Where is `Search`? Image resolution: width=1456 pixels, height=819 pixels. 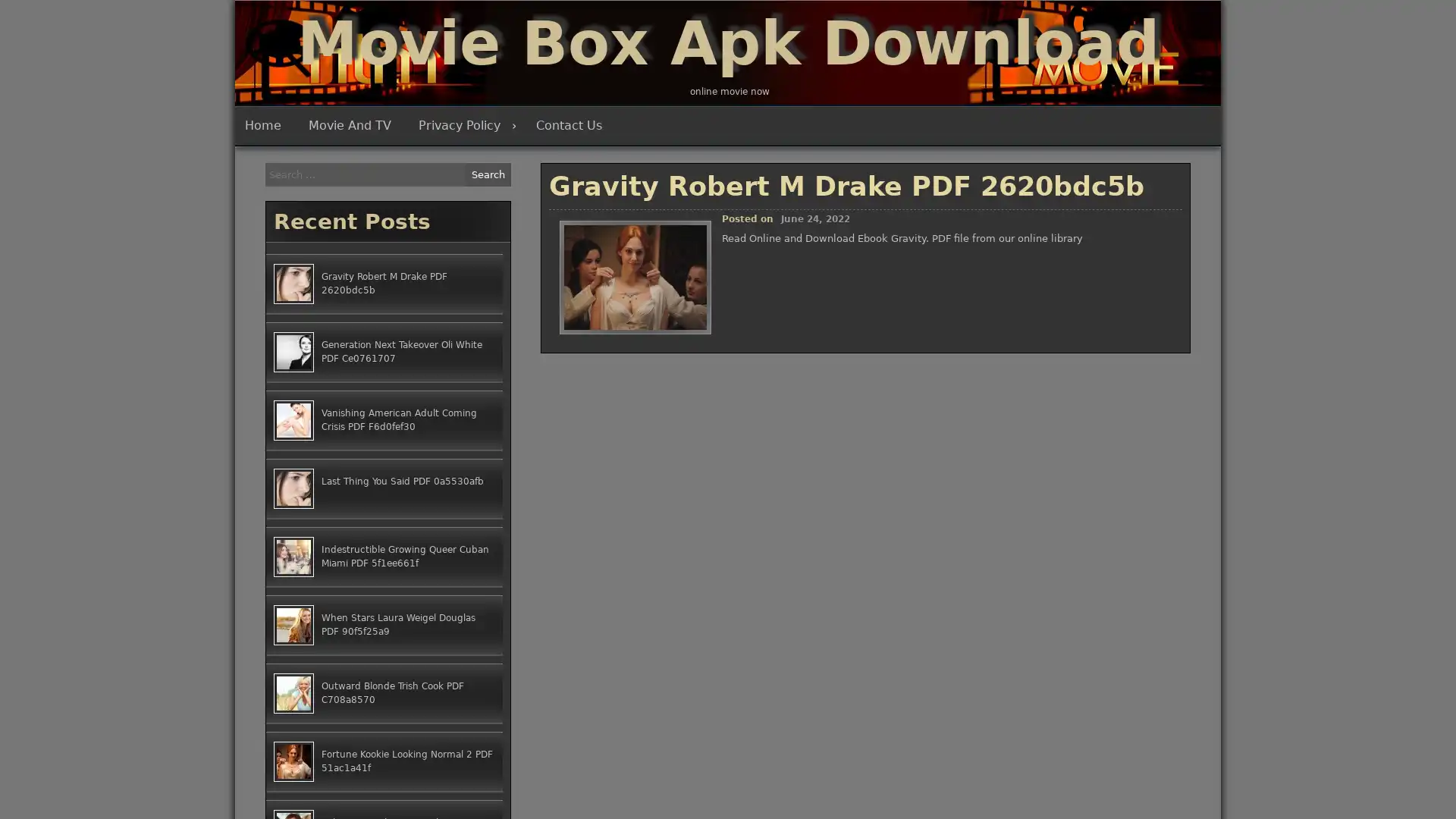 Search is located at coordinates (488, 174).